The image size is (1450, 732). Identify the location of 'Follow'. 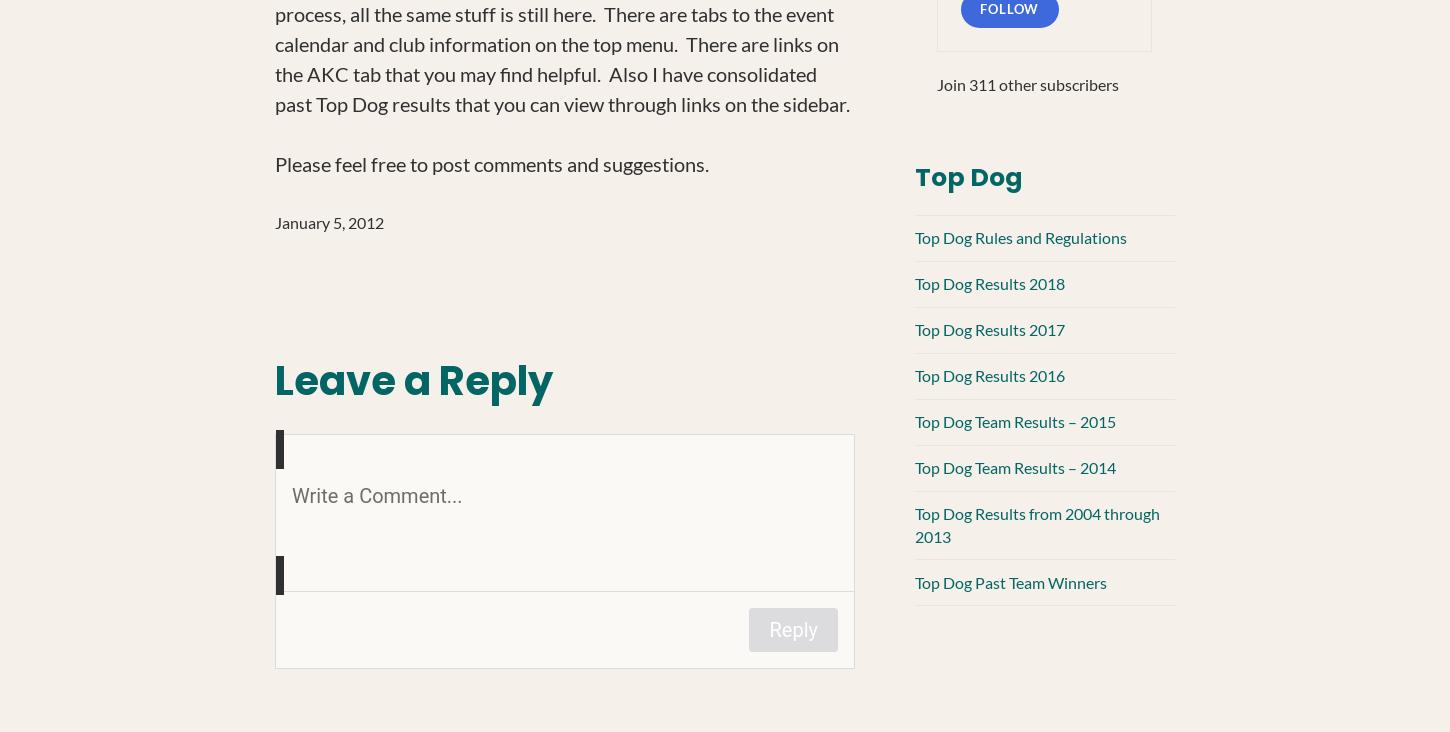
(1009, 6).